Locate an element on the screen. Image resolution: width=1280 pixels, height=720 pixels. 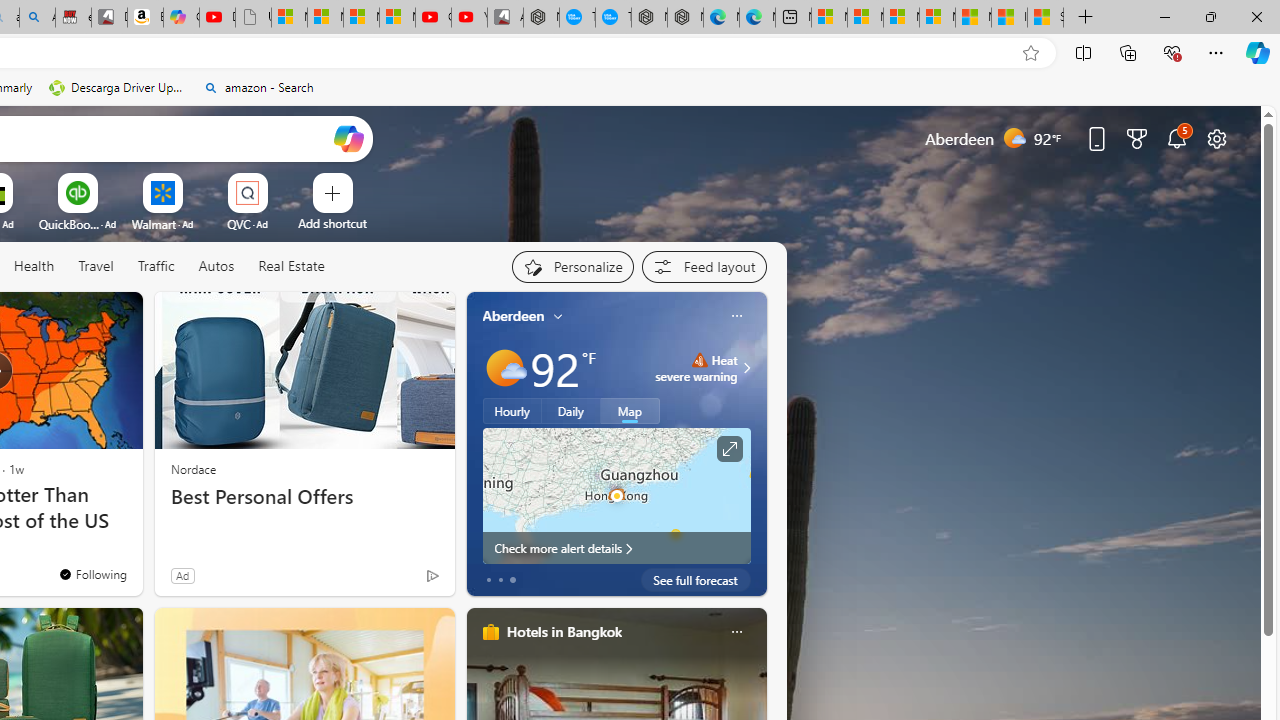
'Nordace' is located at coordinates (193, 468).